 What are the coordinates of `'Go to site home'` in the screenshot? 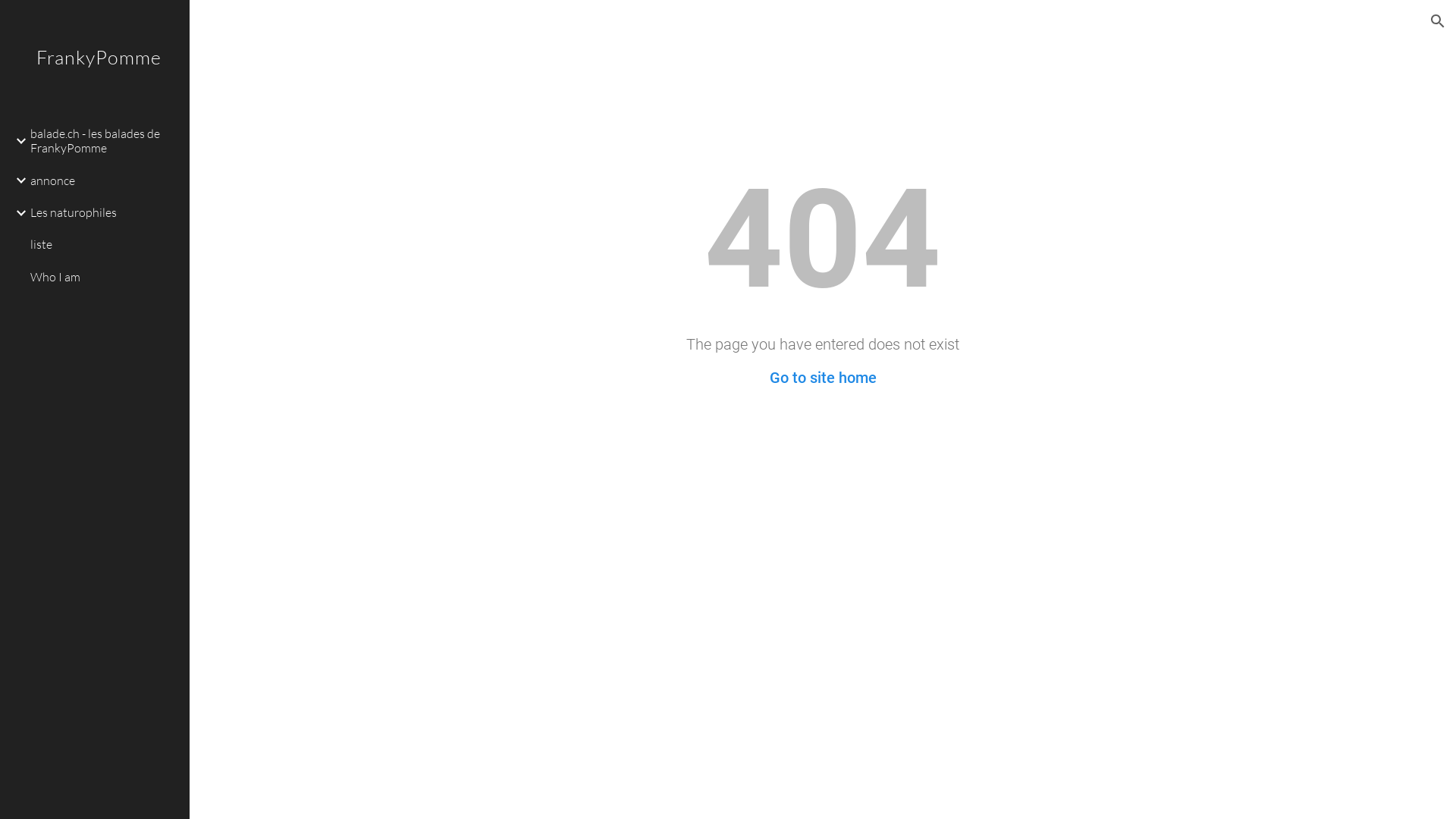 It's located at (768, 376).